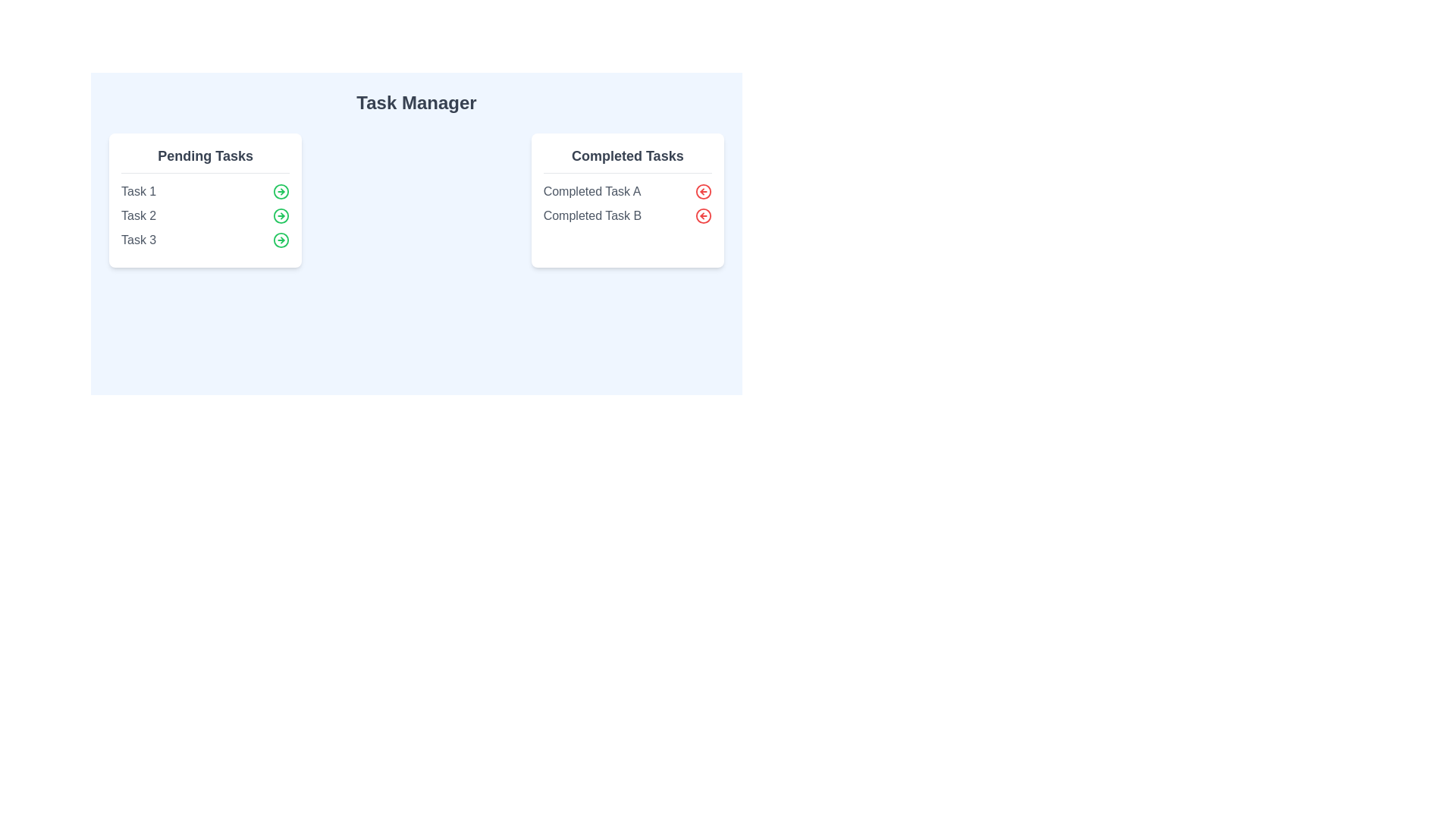  I want to click on green arrow button for the task labeled Task 2 to transfer it to 'Completed Tasks', so click(281, 216).